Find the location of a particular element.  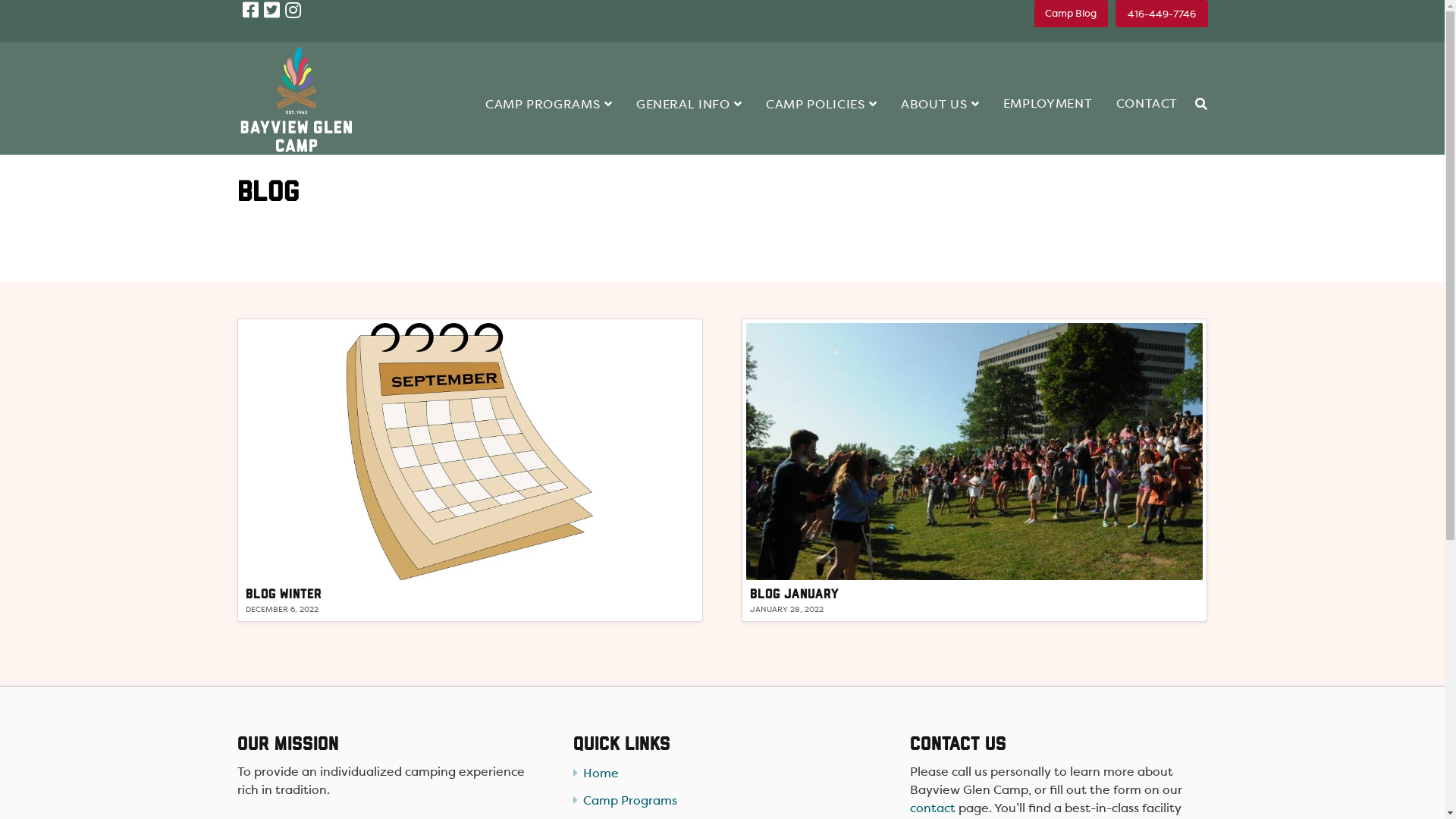

'CONTACT' is located at coordinates (1147, 76).